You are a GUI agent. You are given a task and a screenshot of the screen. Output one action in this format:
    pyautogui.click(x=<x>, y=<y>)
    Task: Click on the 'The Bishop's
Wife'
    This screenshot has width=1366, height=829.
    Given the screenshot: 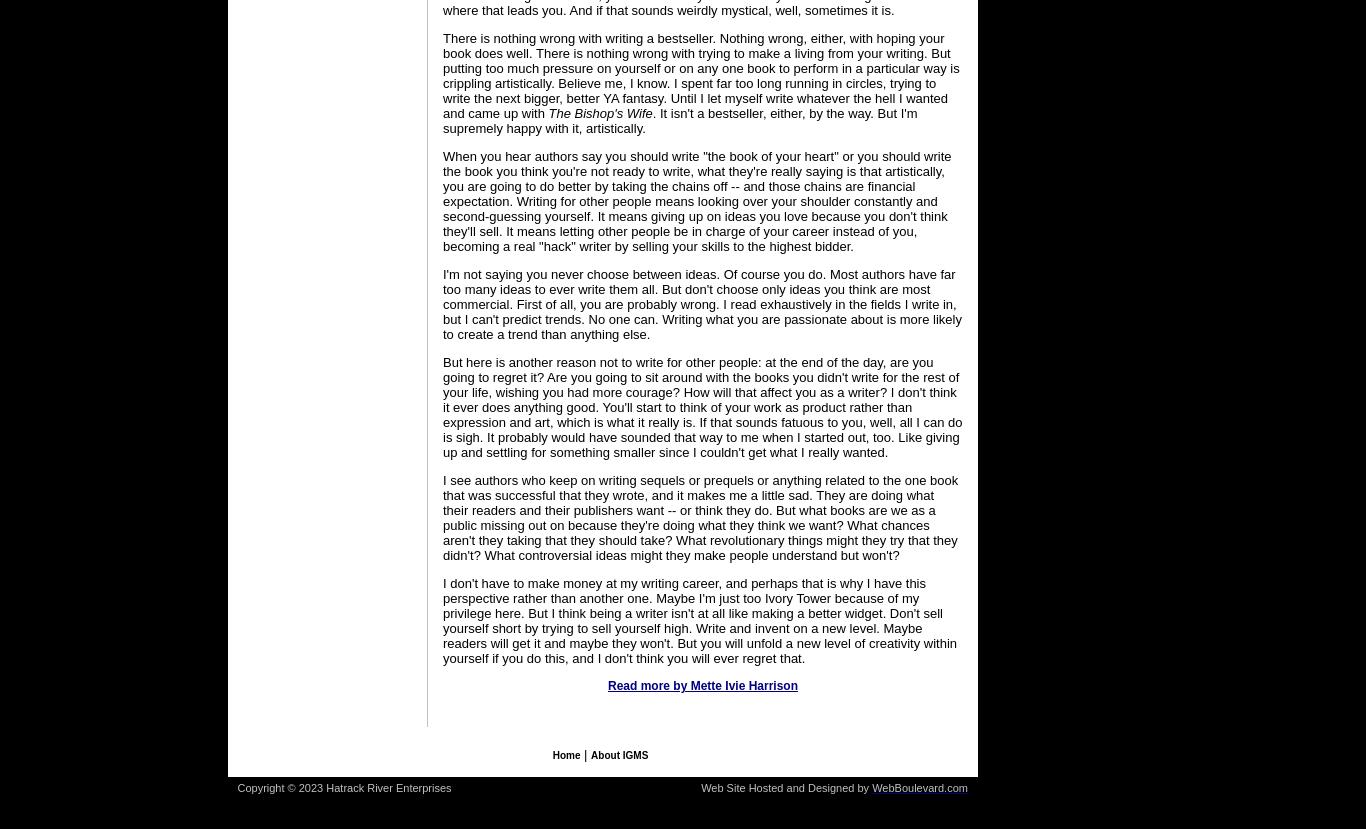 What is the action you would take?
    pyautogui.click(x=598, y=113)
    